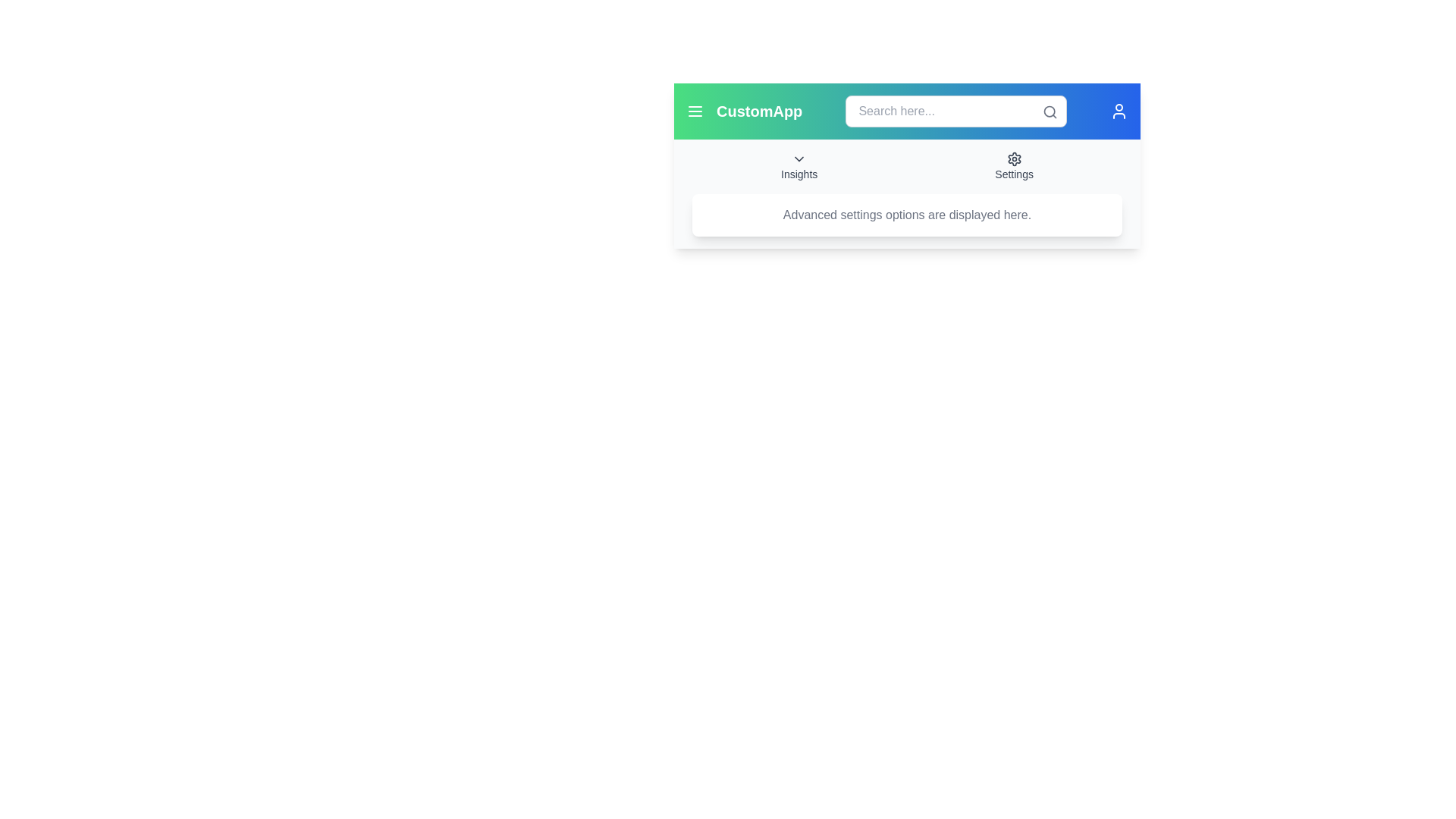 This screenshot has height=819, width=1456. Describe the element at coordinates (1049, 111) in the screenshot. I see `central circular part of the search icon located in the top-right corner of the interface` at that location.